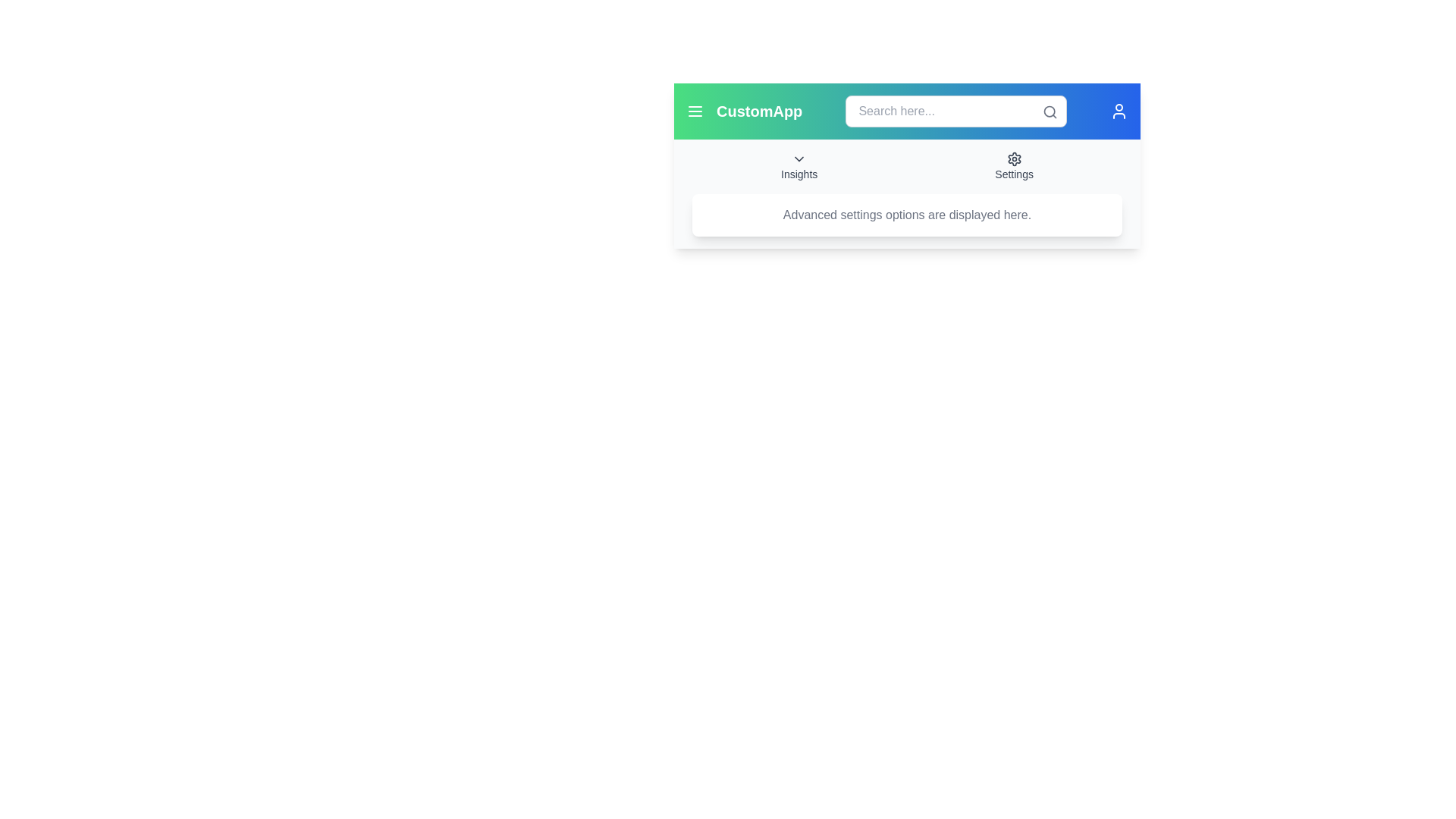 This screenshot has height=819, width=1456. Describe the element at coordinates (1049, 111) in the screenshot. I see `central circular part of the search icon located in the top-right corner of the interface` at that location.